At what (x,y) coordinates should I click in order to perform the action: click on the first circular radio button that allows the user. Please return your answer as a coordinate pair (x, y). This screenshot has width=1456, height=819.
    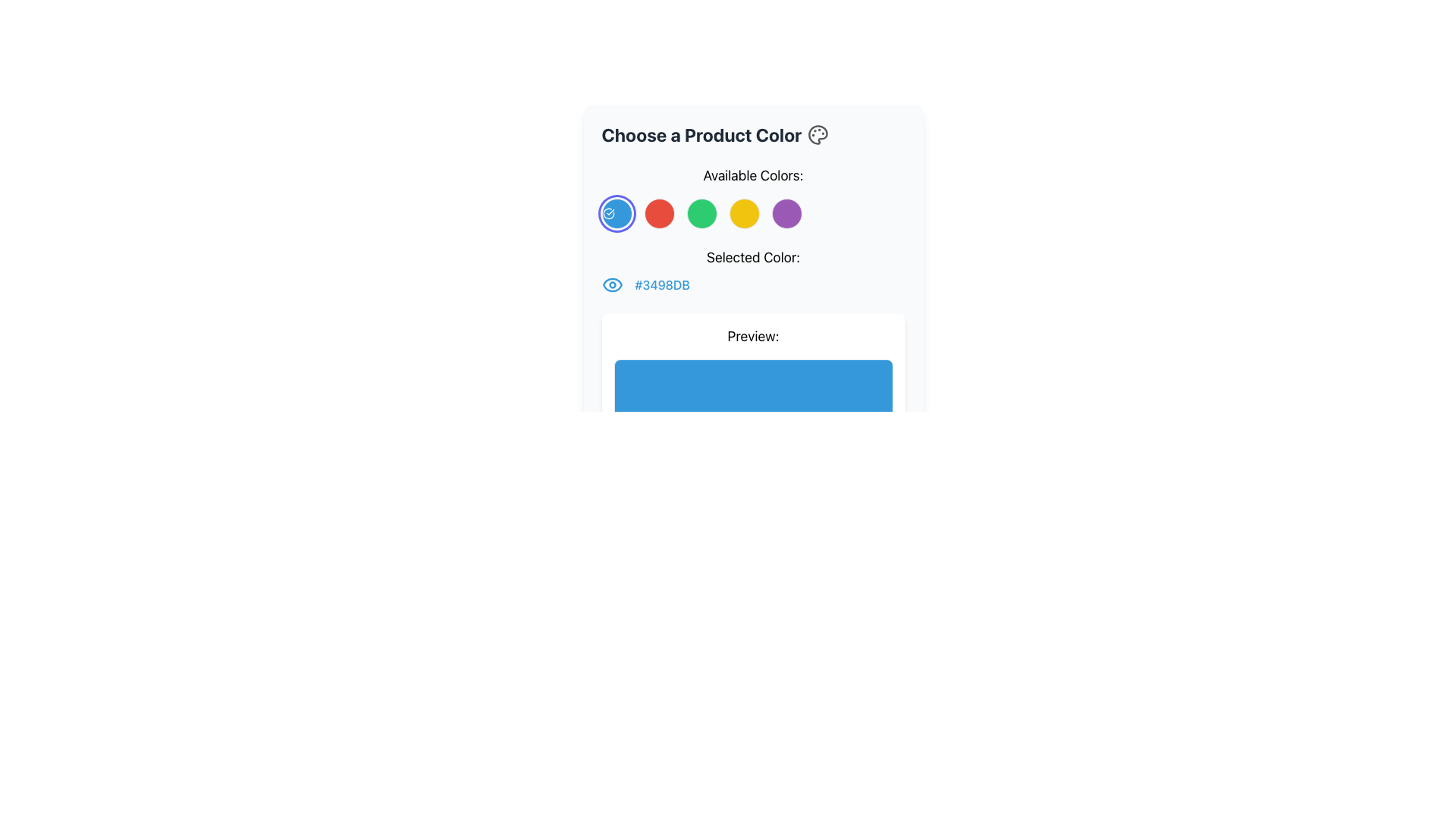
    Looking at the image, I should click on (617, 213).